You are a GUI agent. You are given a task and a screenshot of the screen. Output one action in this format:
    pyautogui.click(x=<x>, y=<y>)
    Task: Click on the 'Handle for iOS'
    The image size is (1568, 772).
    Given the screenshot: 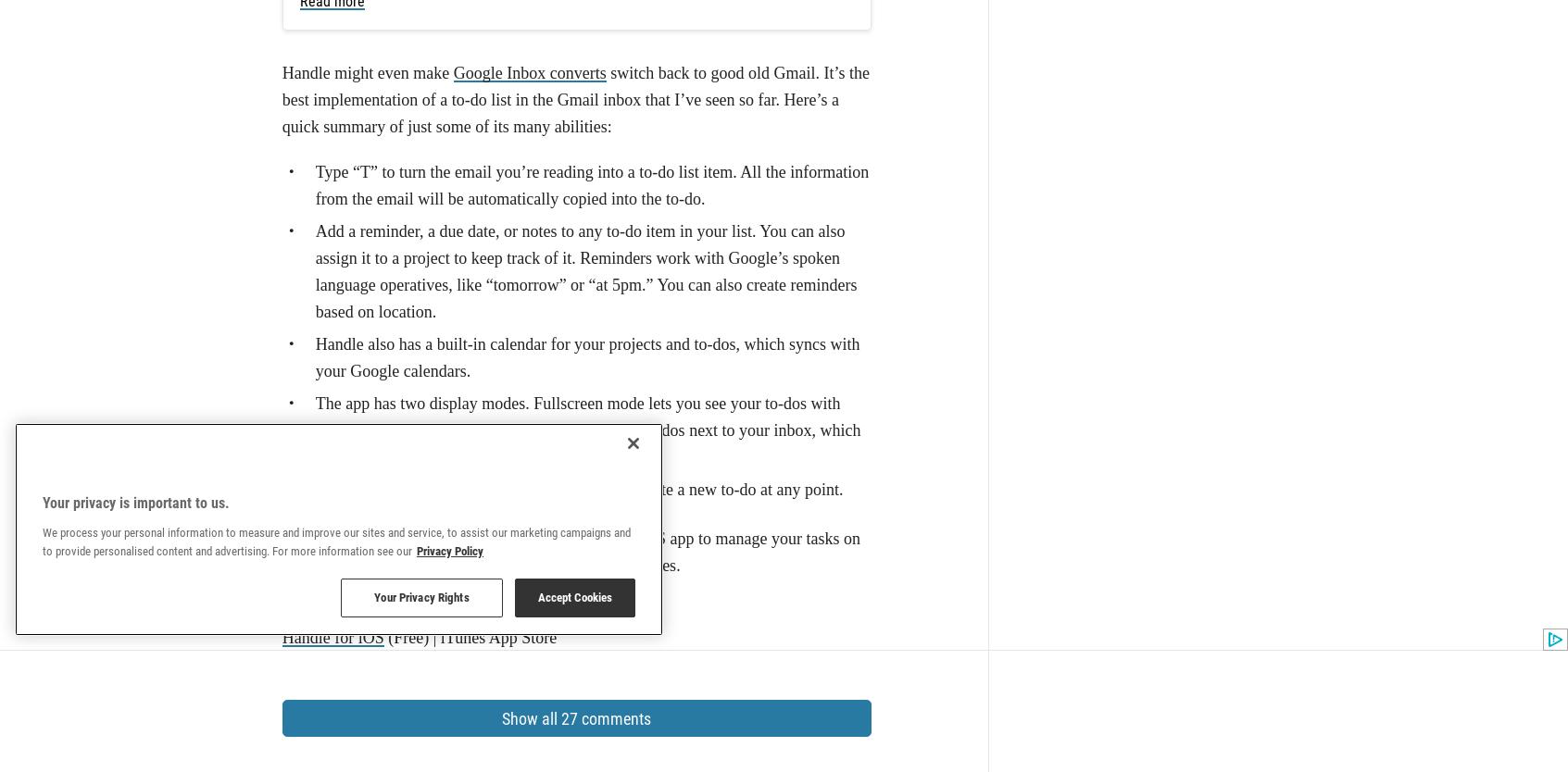 What is the action you would take?
    pyautogui.click(x=281, y=293)
    